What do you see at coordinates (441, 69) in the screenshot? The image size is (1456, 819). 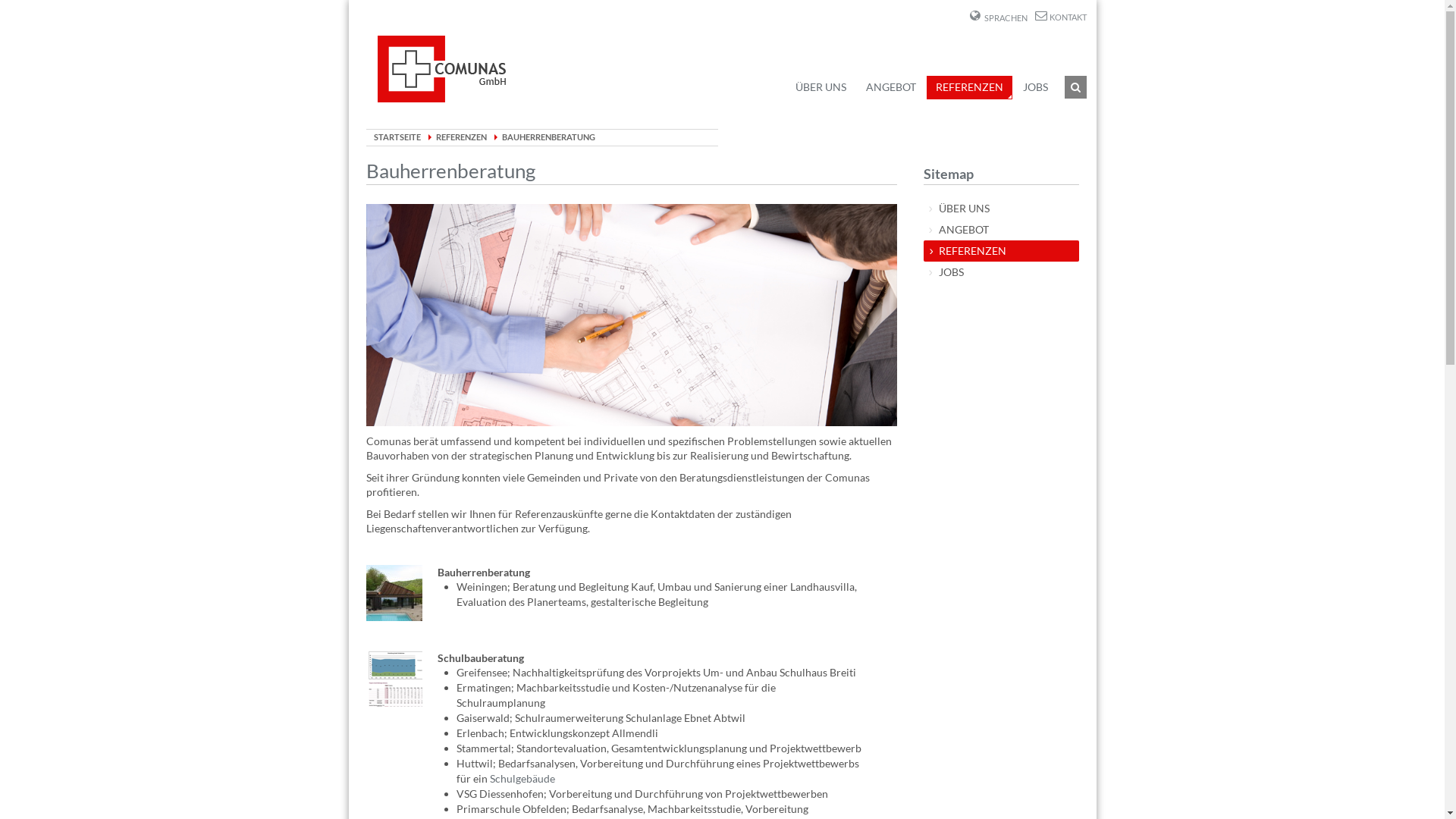 I see `'Comunas Home'` at bounding box center [441, 69].